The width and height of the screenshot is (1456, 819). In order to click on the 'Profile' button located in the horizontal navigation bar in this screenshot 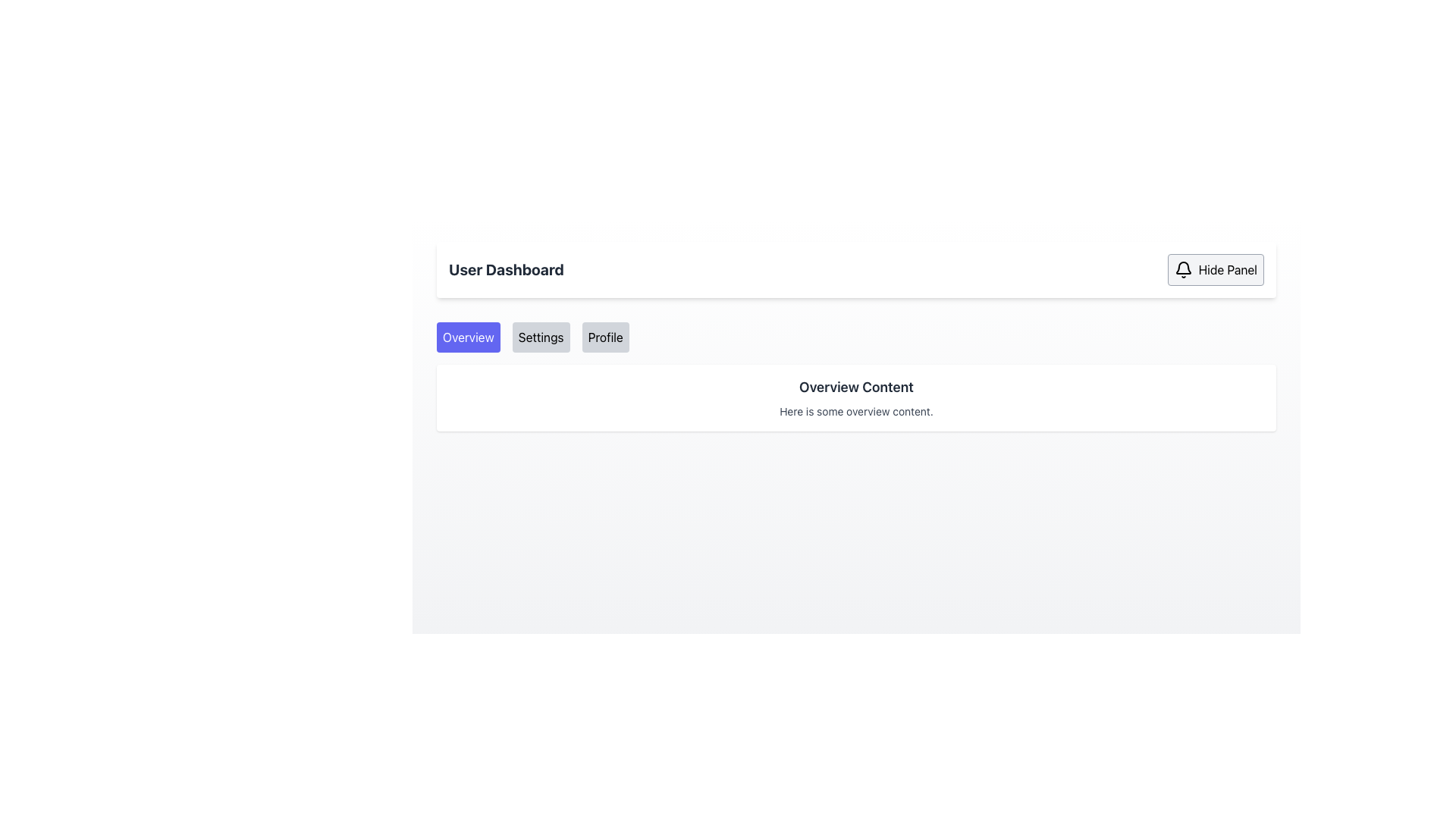, I will do `click(604, 336)`.